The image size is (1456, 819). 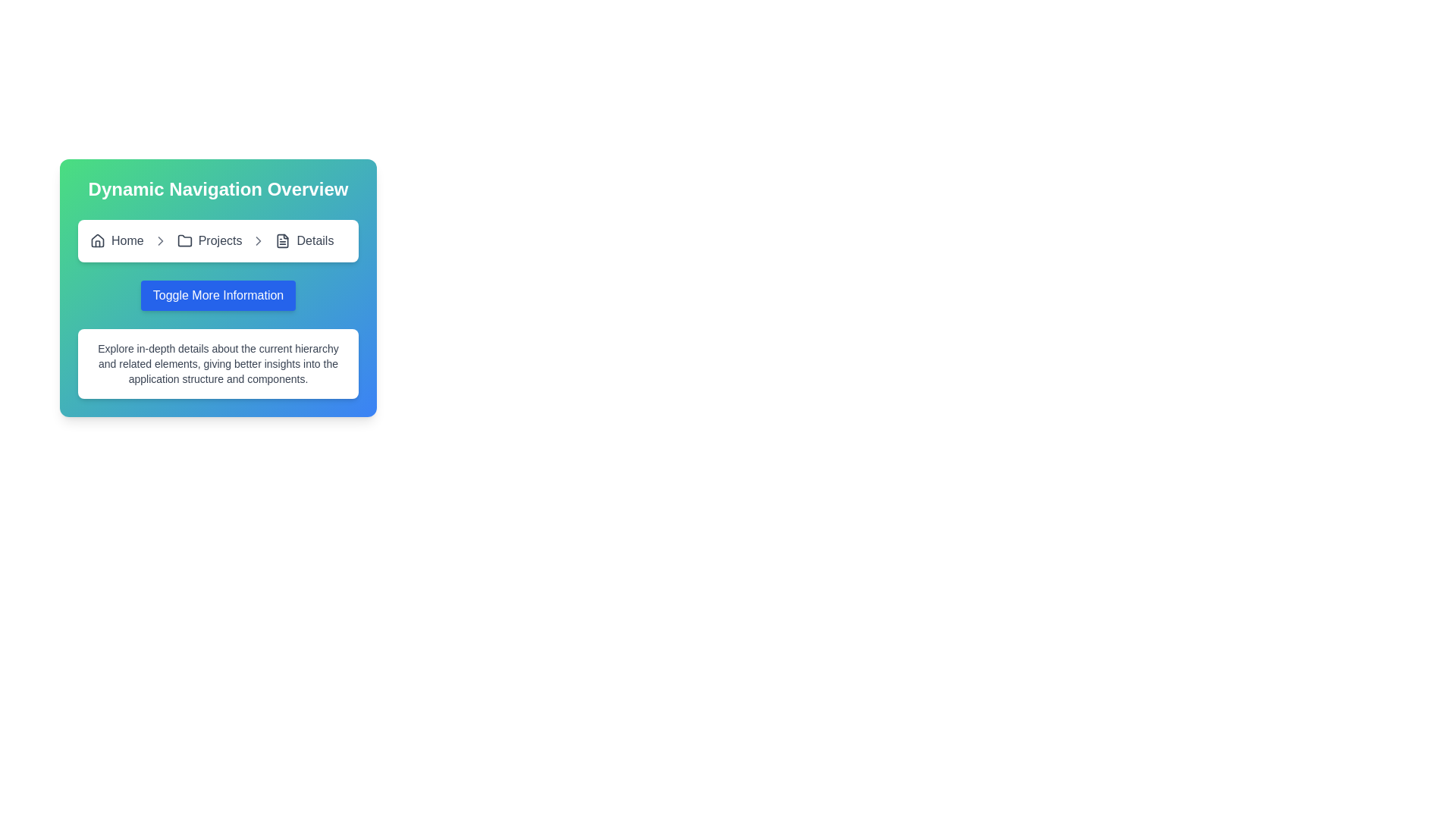 I want to click on the right-pointing chevron icon in the breadcrumb navigation component, which separates 'Projects' and 'Details' labels, so click(x=160, y=240).